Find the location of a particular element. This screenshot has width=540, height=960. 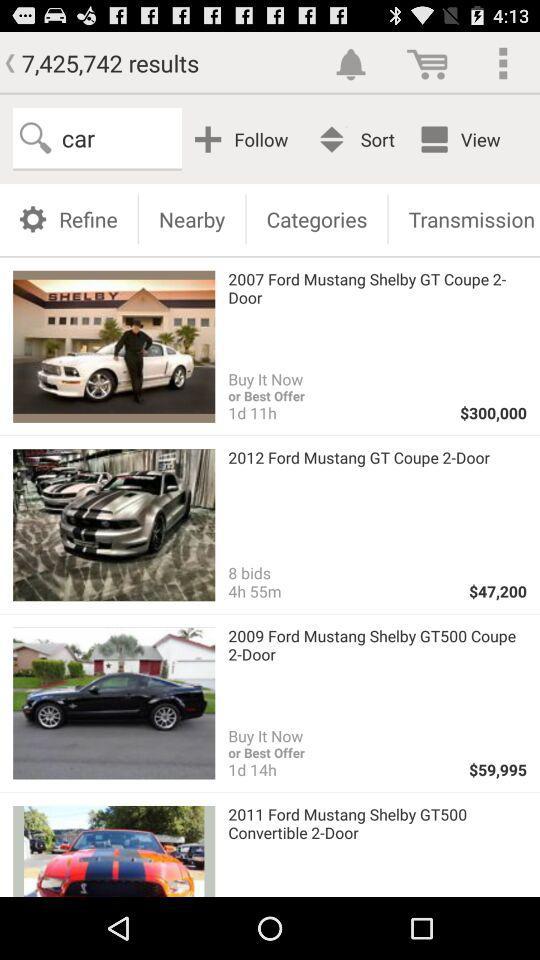

the first image on the web page is located at coordinates (113, 346).